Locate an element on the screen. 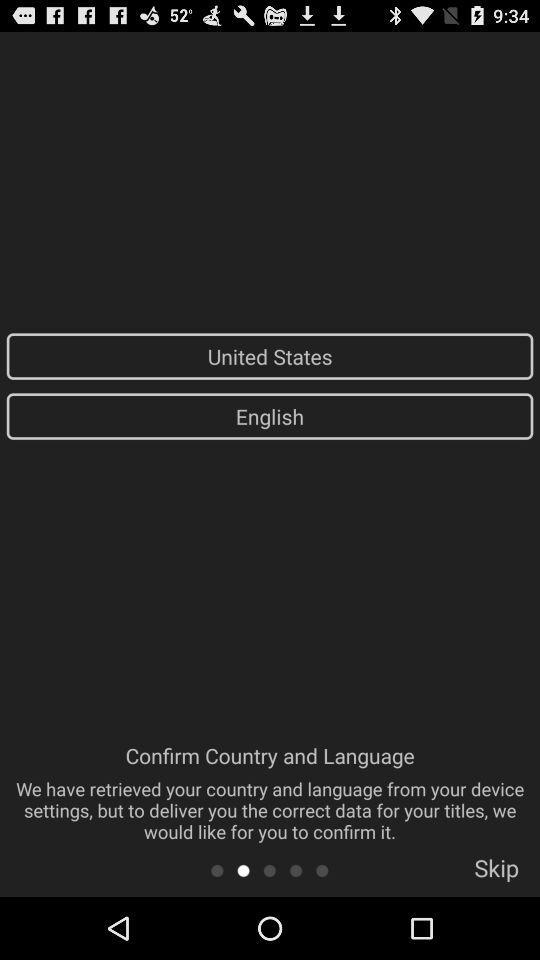 The image size is (540, 960). the icon below the confirm country and icon is located at coordinates (216, 869).